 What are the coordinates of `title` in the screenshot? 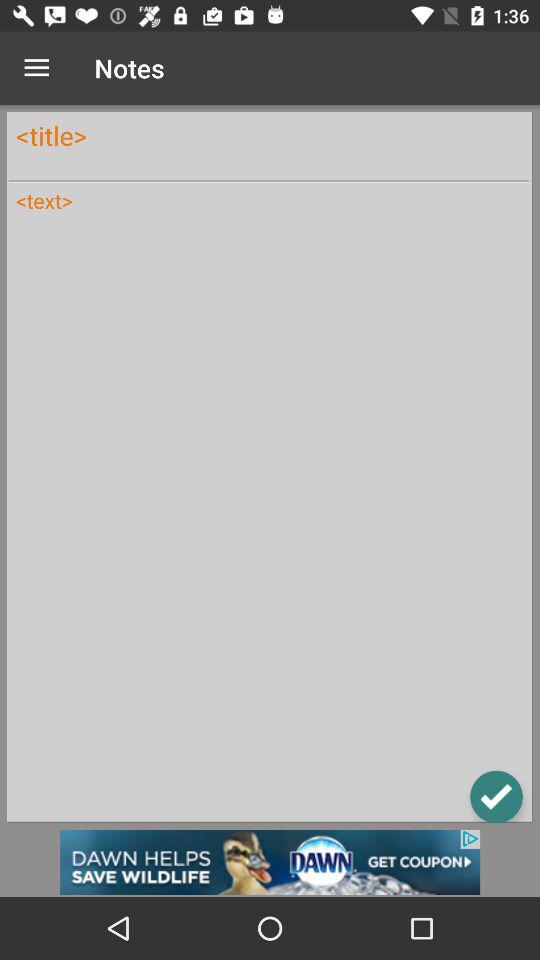 It's located at (269, 134).